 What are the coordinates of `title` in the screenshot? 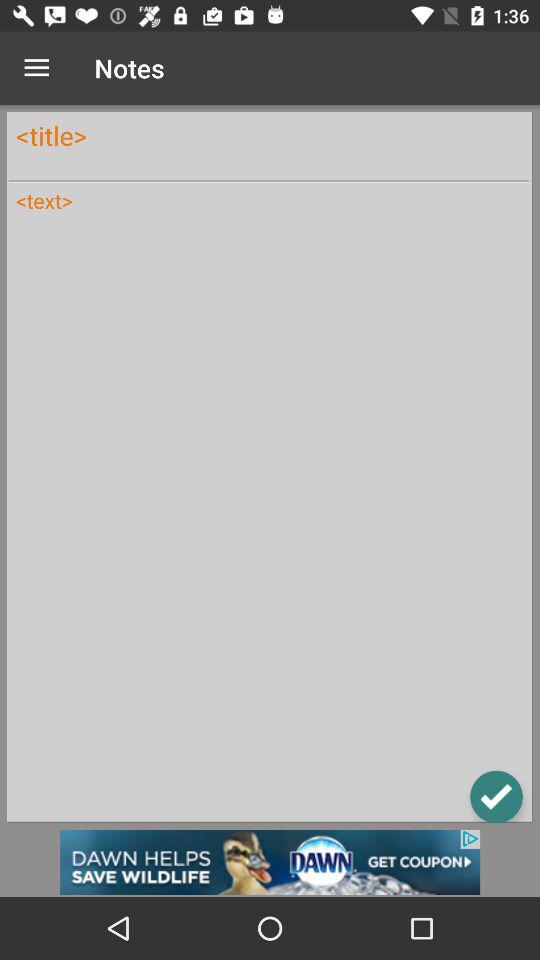 It's located at (269, 134).